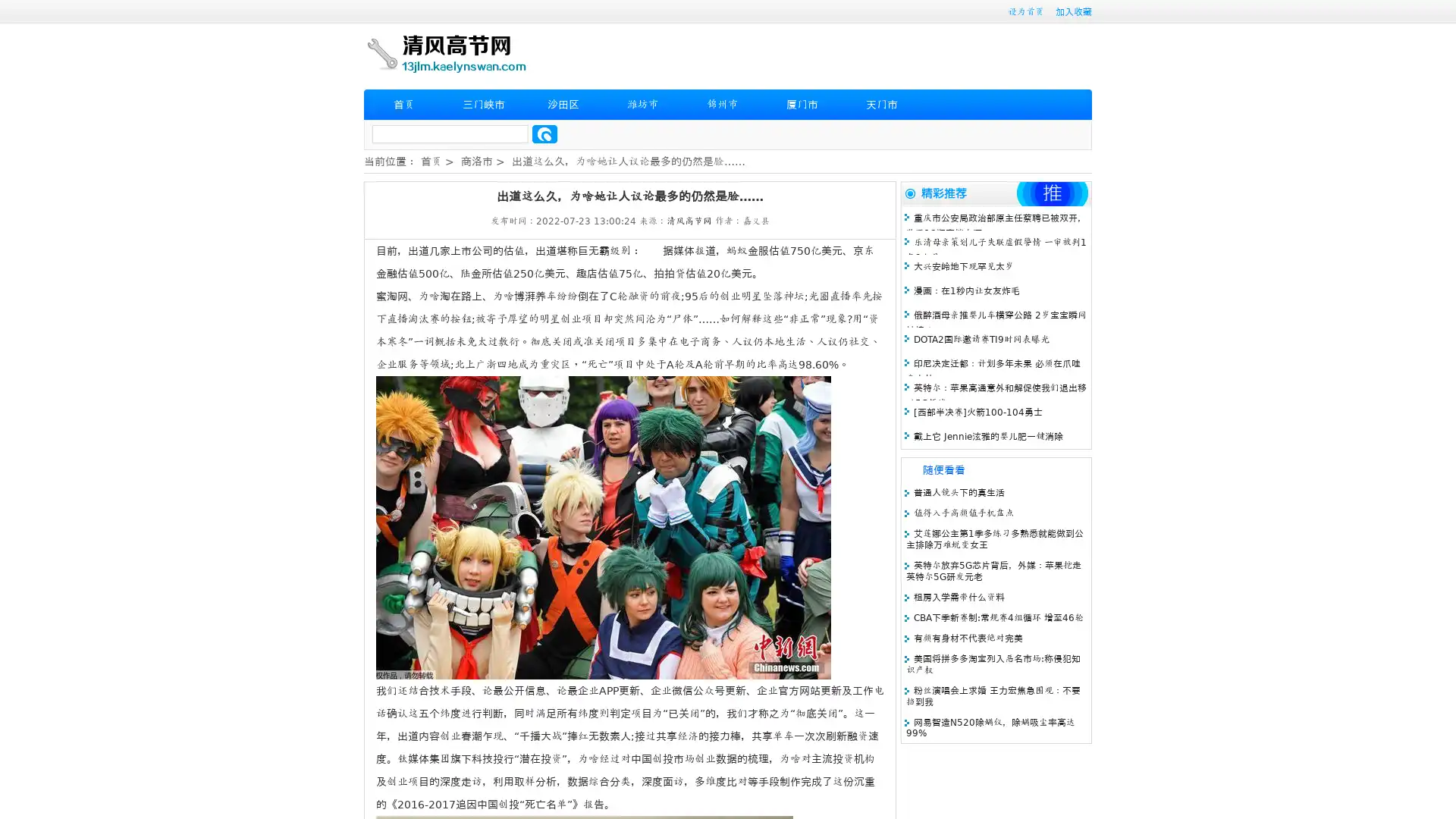 The height and width of the screenshot is (819, 1456). Describe the element at coordinates (544, 133) in the screenshot. I see `Search` at that location.